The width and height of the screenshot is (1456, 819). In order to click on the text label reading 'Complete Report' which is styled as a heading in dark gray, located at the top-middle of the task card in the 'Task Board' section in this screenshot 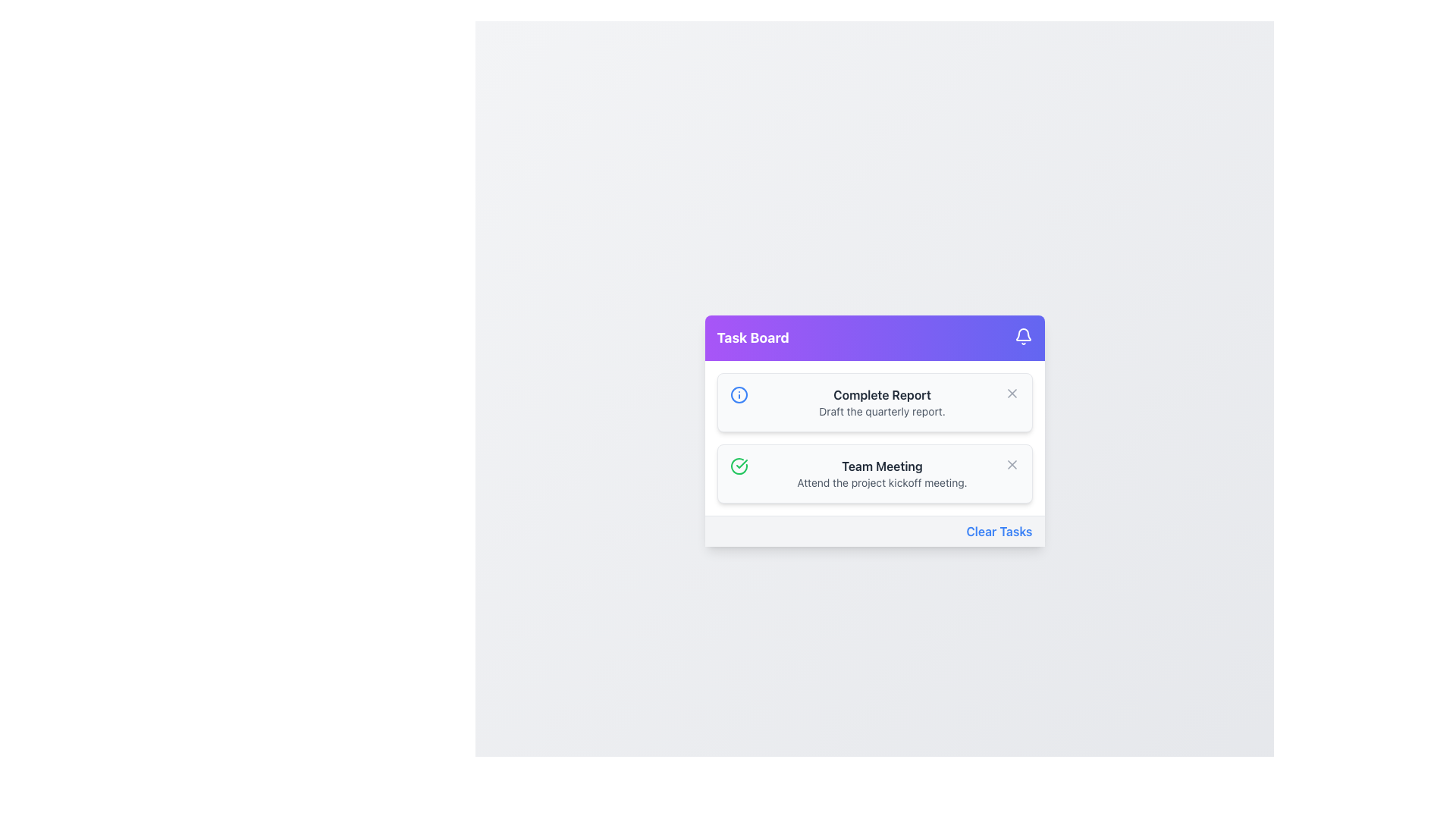, I will do `click(882, 394)`.